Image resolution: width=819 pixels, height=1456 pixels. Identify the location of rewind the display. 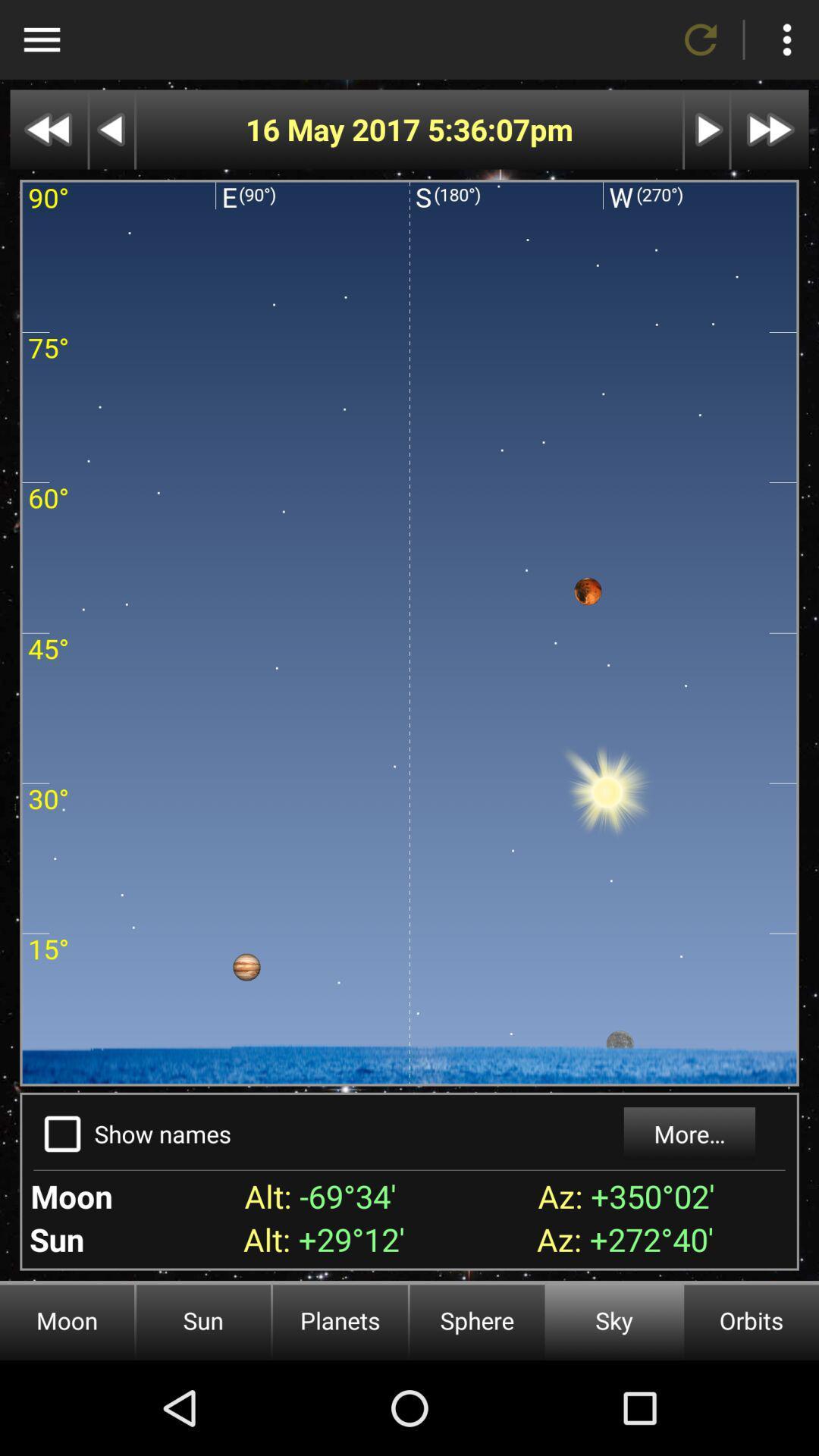
(48, 130).